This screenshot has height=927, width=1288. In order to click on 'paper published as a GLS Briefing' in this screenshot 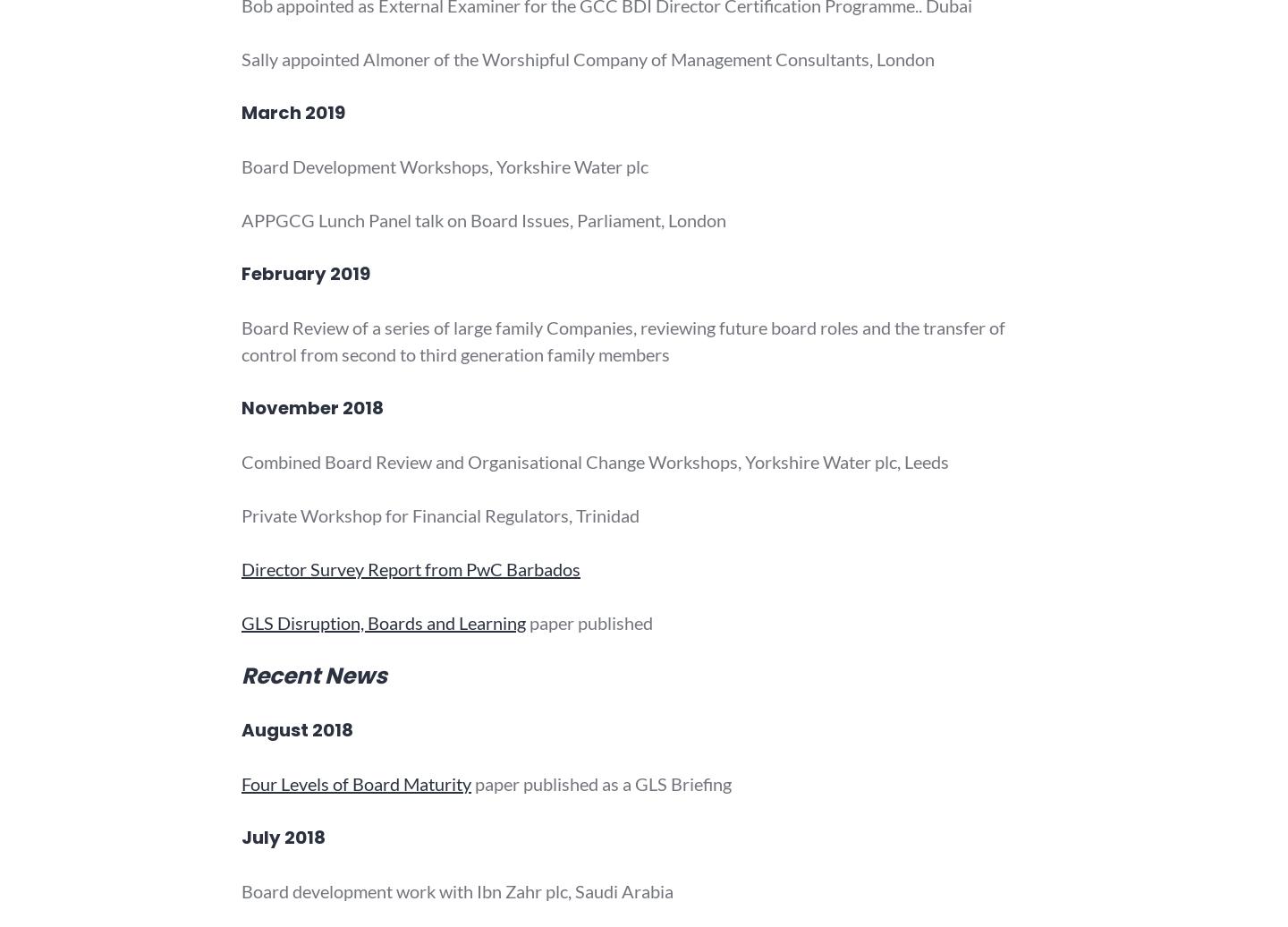, I will do `click(601, 784)`.